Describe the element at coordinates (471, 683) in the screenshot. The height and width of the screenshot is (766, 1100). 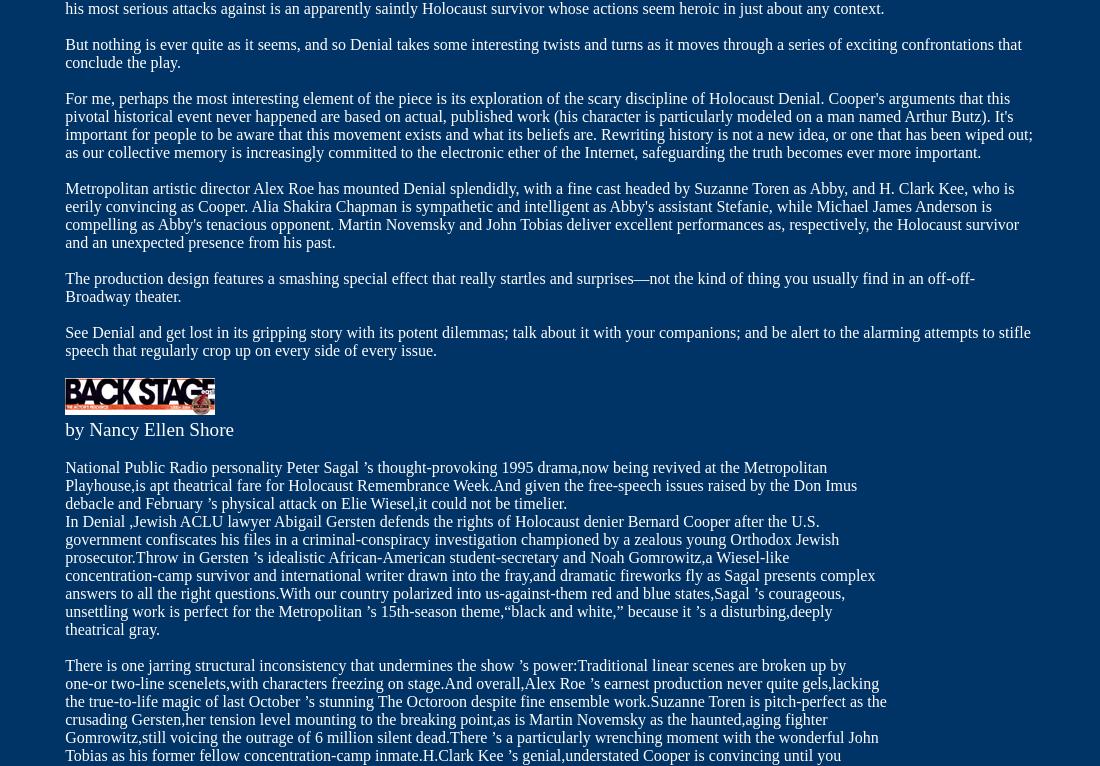
I see `'one-or
two-line
scenelets,with
characters
freezing
on stage.And overall,Alex
Roe ’s earnest production never quite gels,lacking'` at that location.